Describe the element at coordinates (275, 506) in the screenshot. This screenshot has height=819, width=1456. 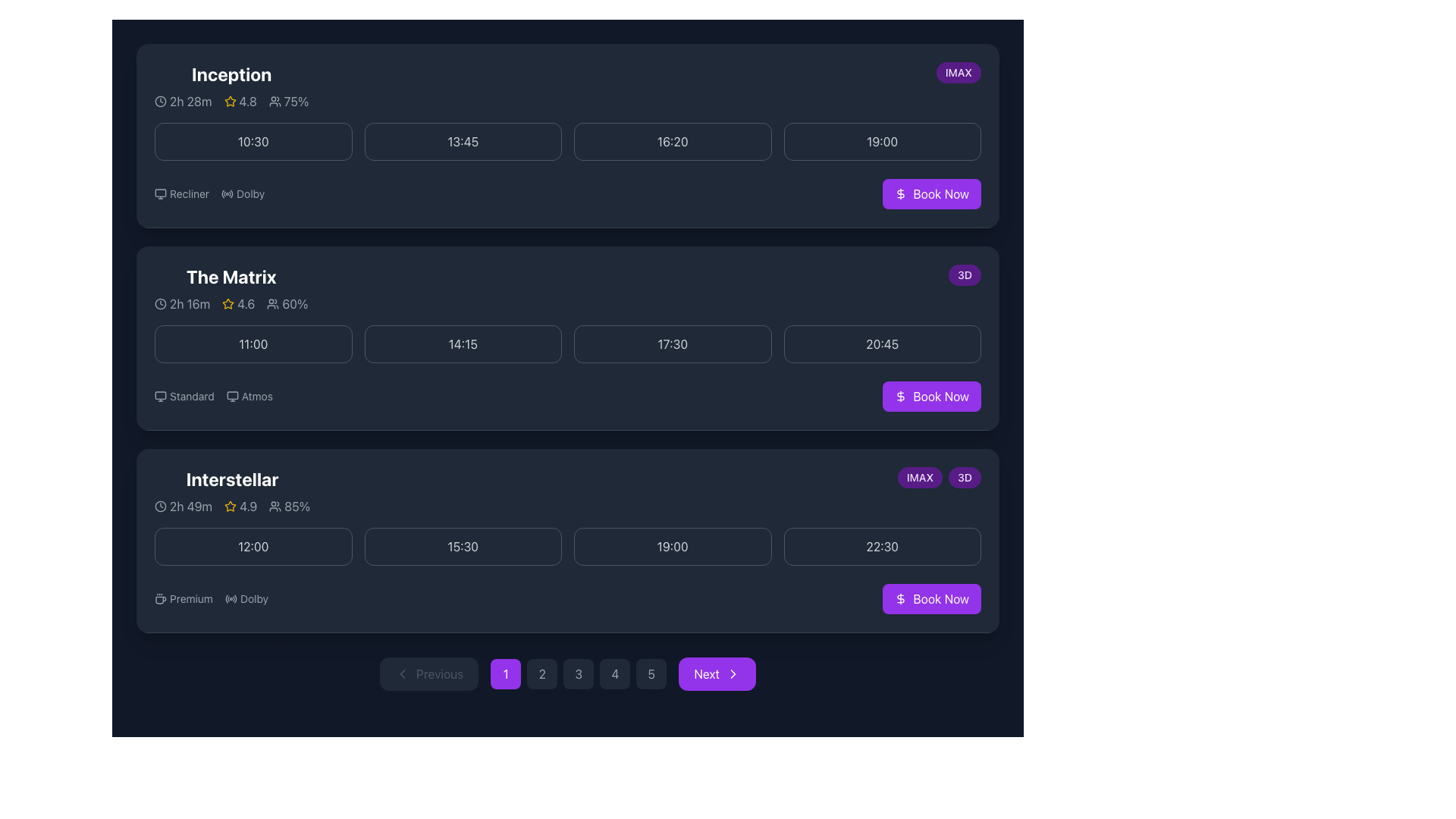
I see `the graphical icon resembling a group of two stylized people located in the 'Interstellar' section, adjacent to the percentage value '85%` at that location.